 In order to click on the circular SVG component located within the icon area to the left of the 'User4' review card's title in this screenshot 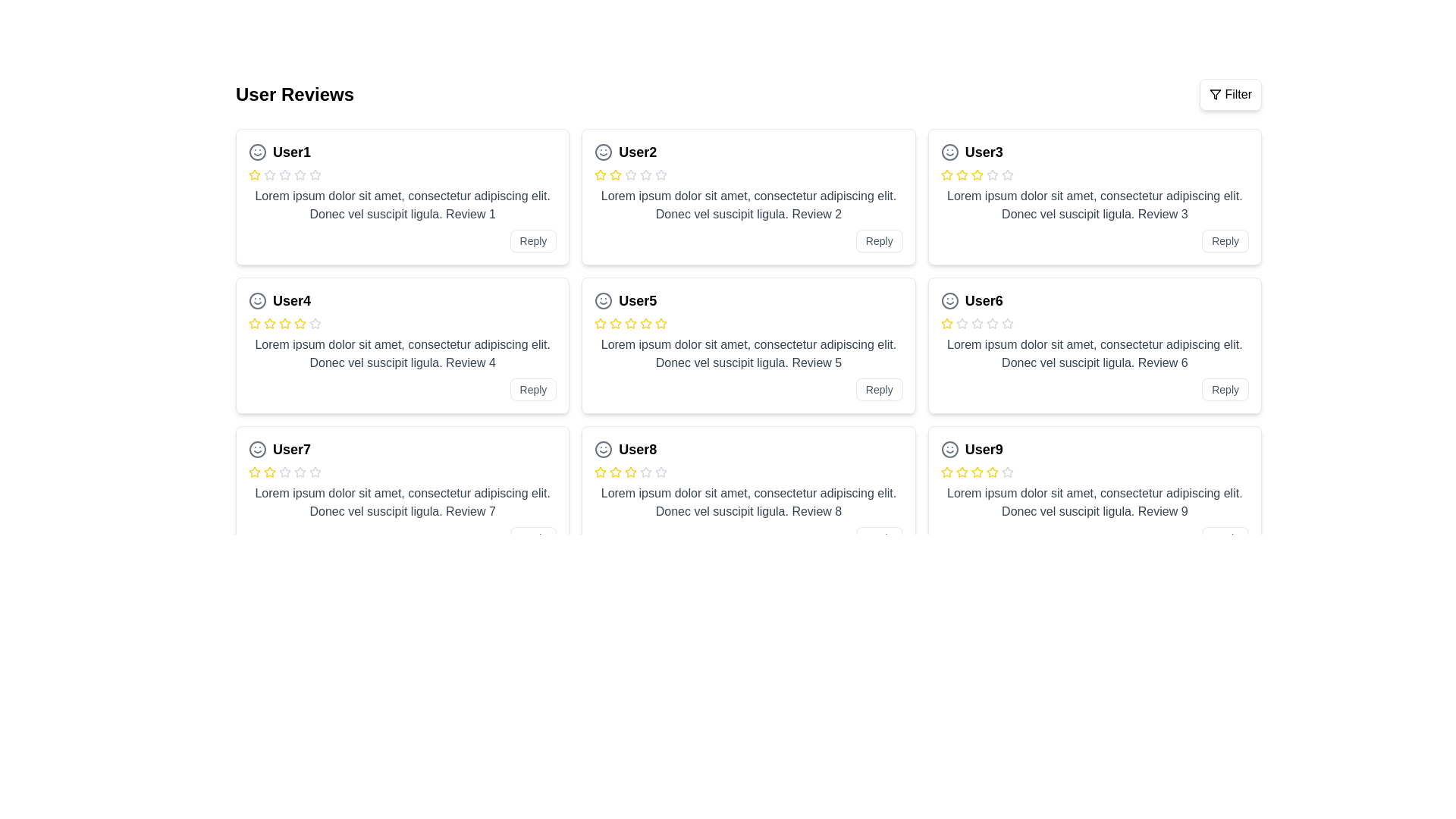, I will do `click(258, 301)`.